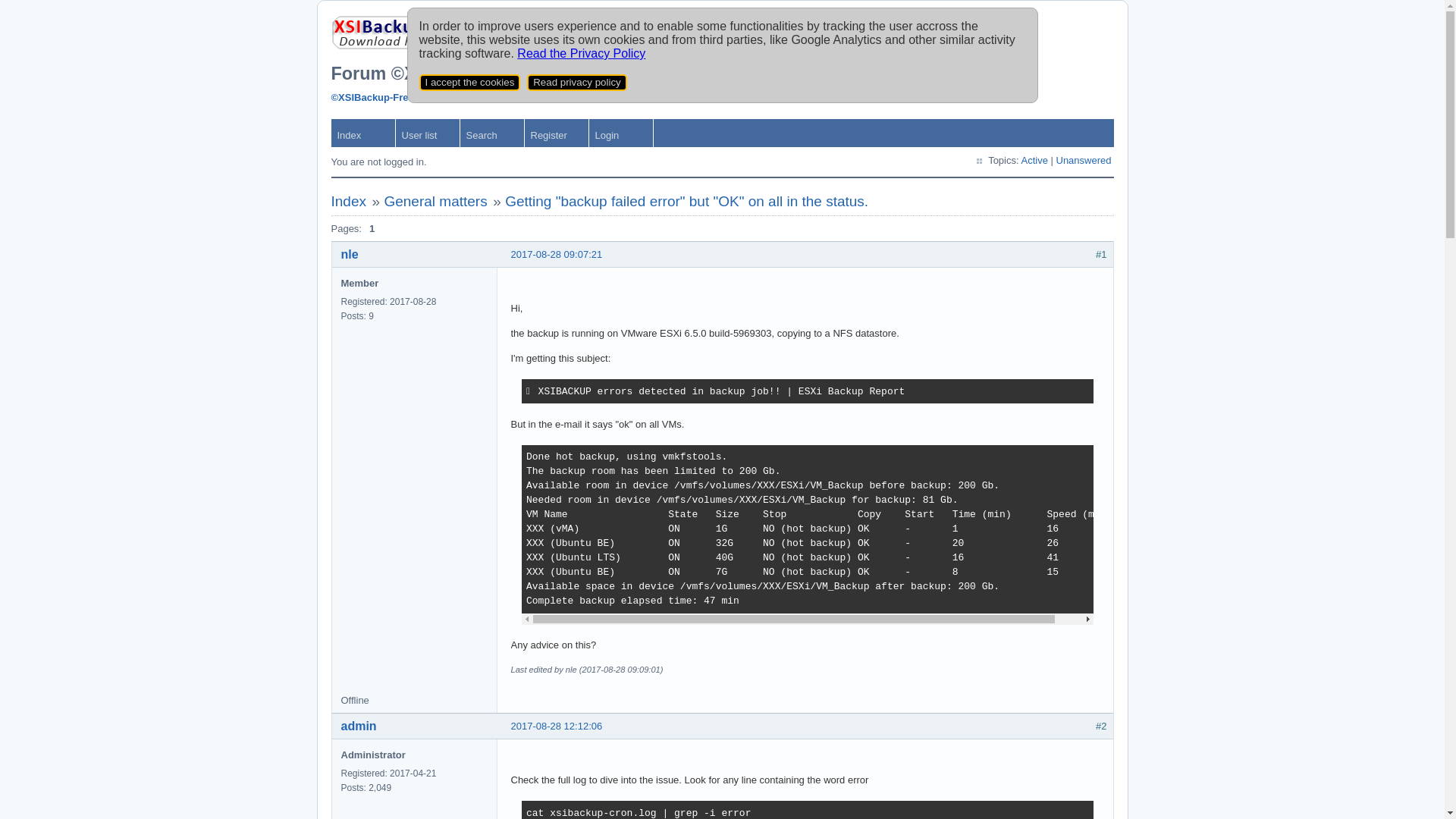 The height and width of the screenshot is (819, 1456). Describe the element at coordinates (1033, 160) in the screenshot. I see `'Active'` at that location.